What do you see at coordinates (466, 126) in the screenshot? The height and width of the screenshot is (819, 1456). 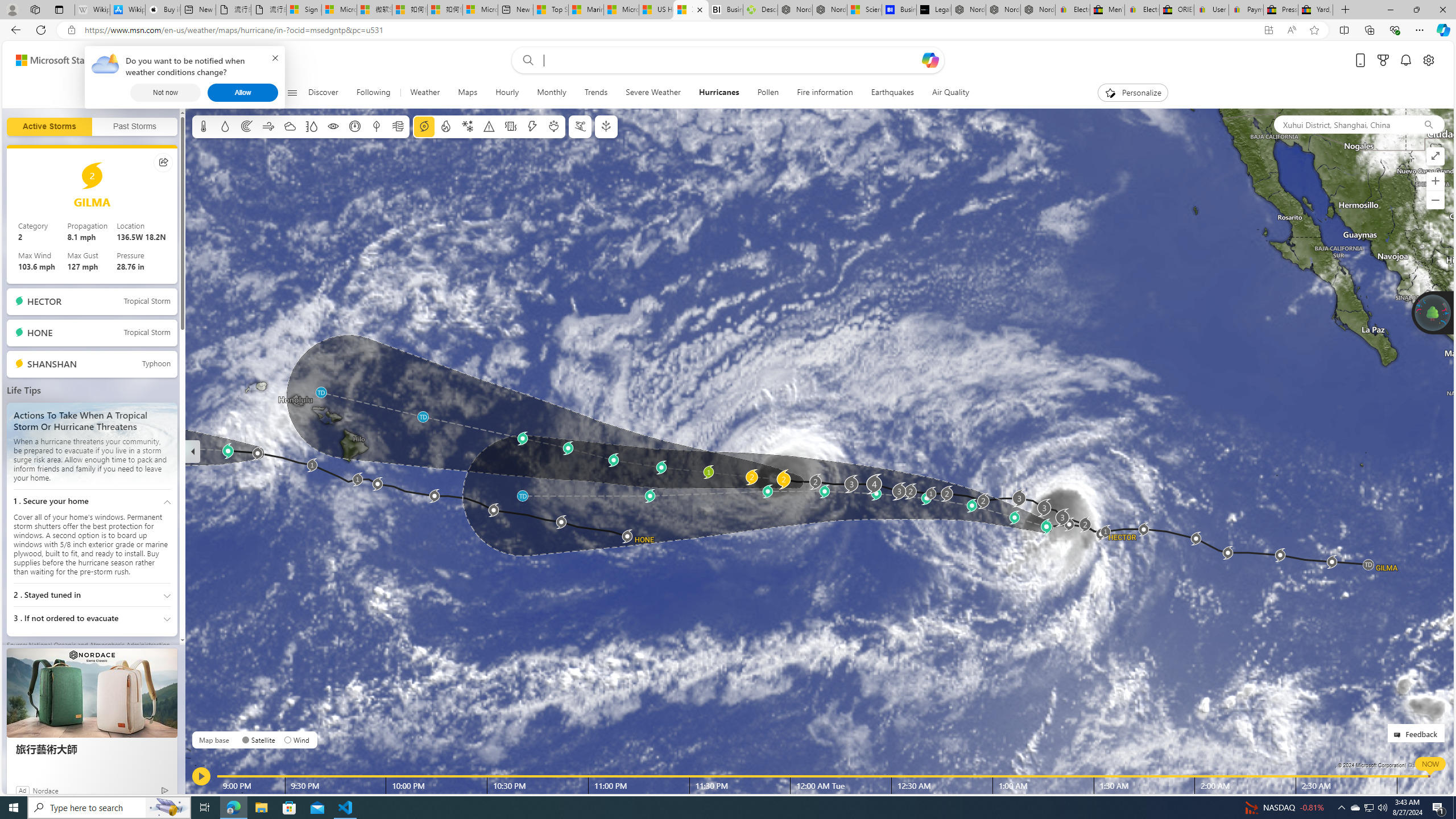 I see `'Winter weather'` at bounding box center [466, 126].